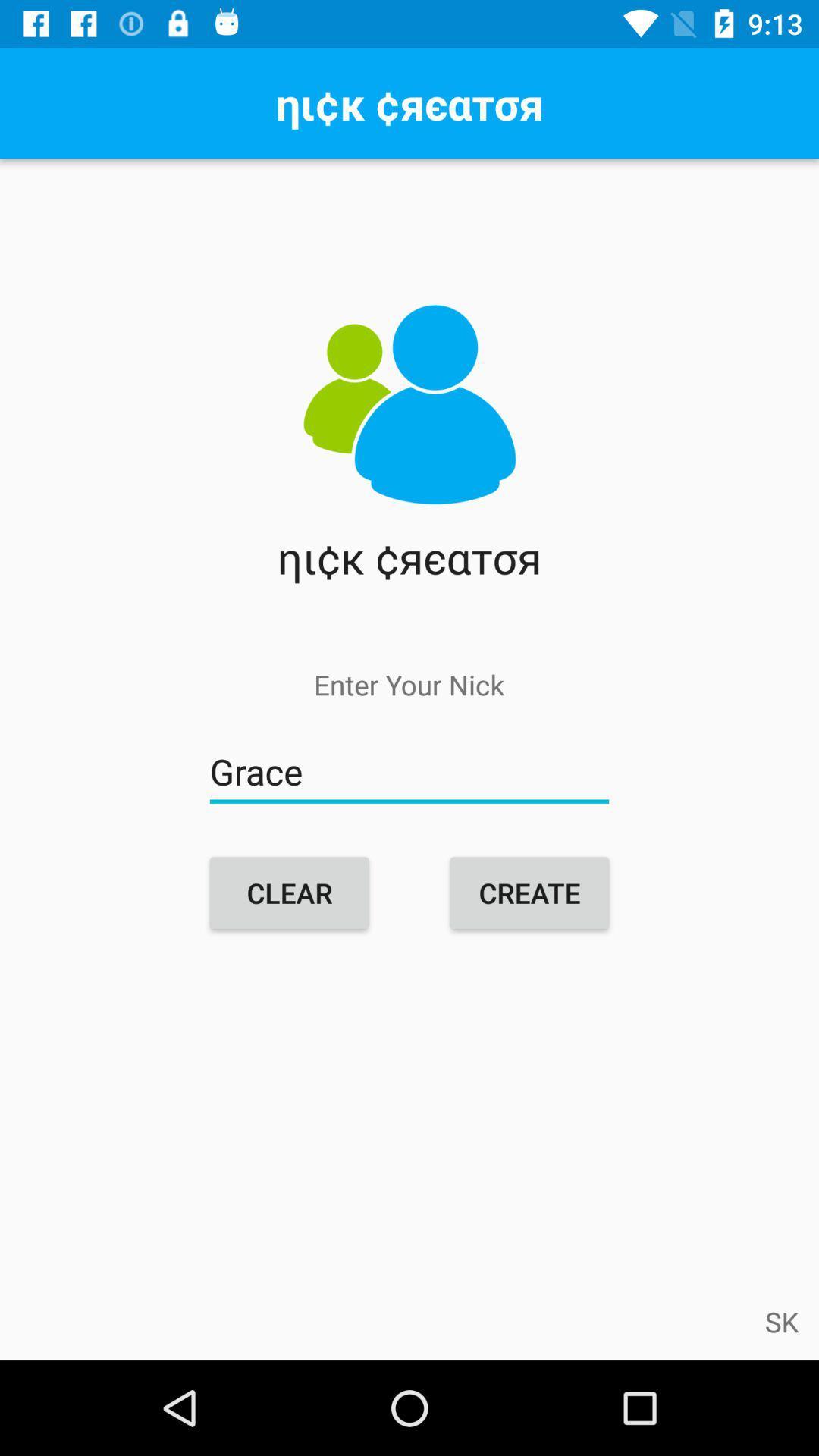 The image size is (819, 1456). What do you see at coordinates (529, 893) in the screenshot?
I see `item next to the clear item` at bounding box center [529, 893].